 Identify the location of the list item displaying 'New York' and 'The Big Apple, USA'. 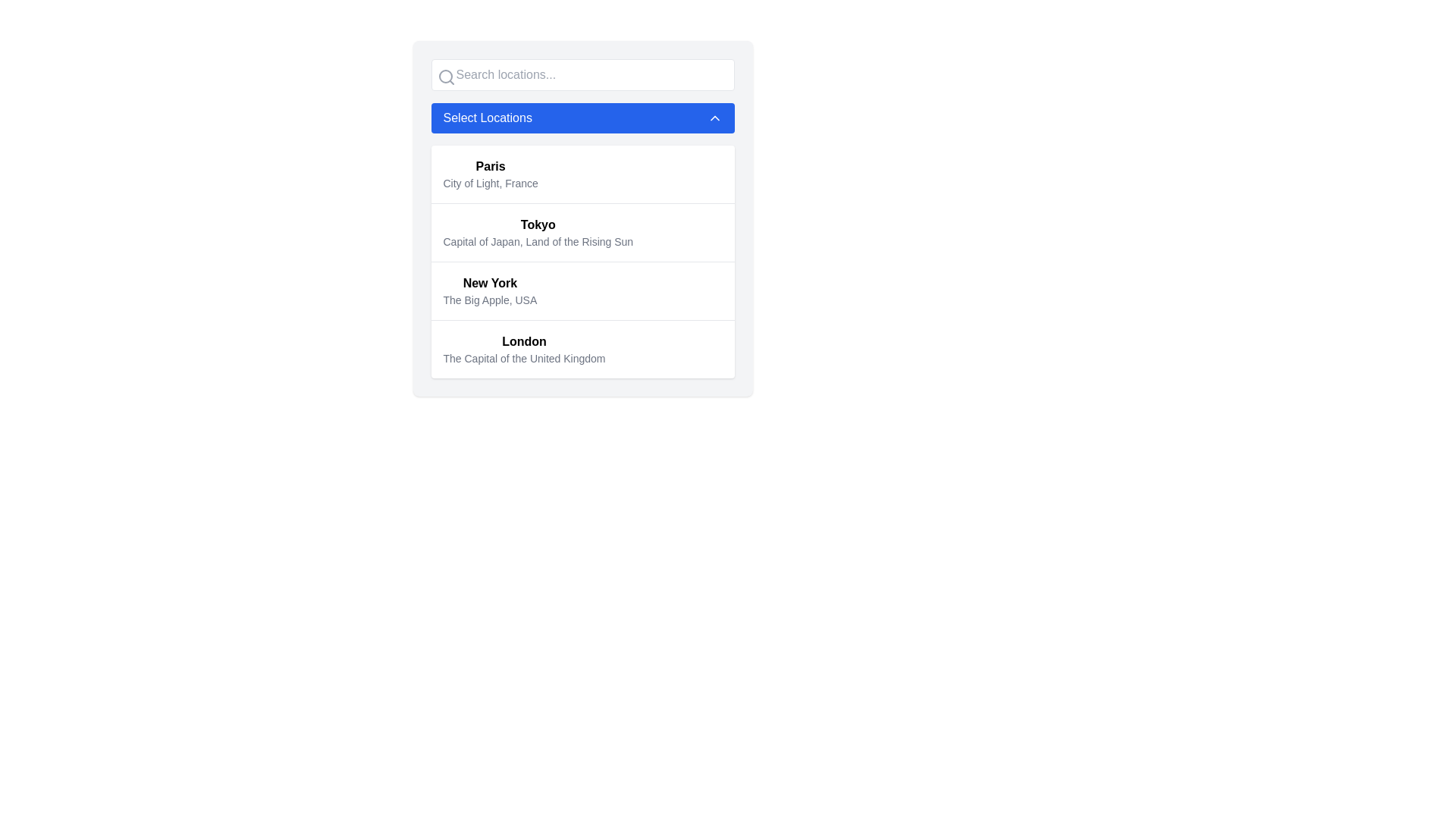
(490, 291).